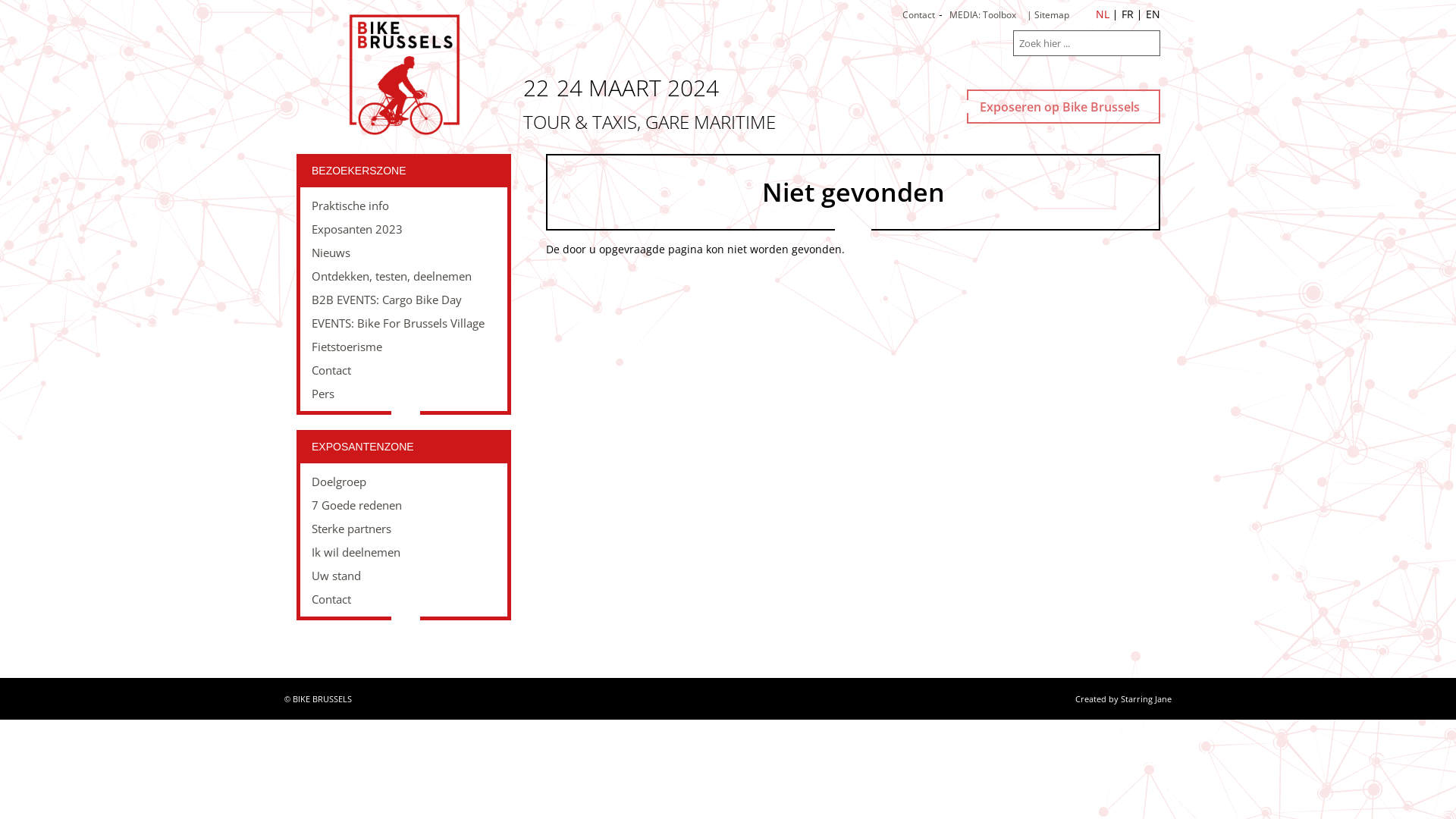  What do you see at coordinates (945, 14) in the screenshot?
I see `'MEDIA: Toolbox'` at bounding box center [945, 14].